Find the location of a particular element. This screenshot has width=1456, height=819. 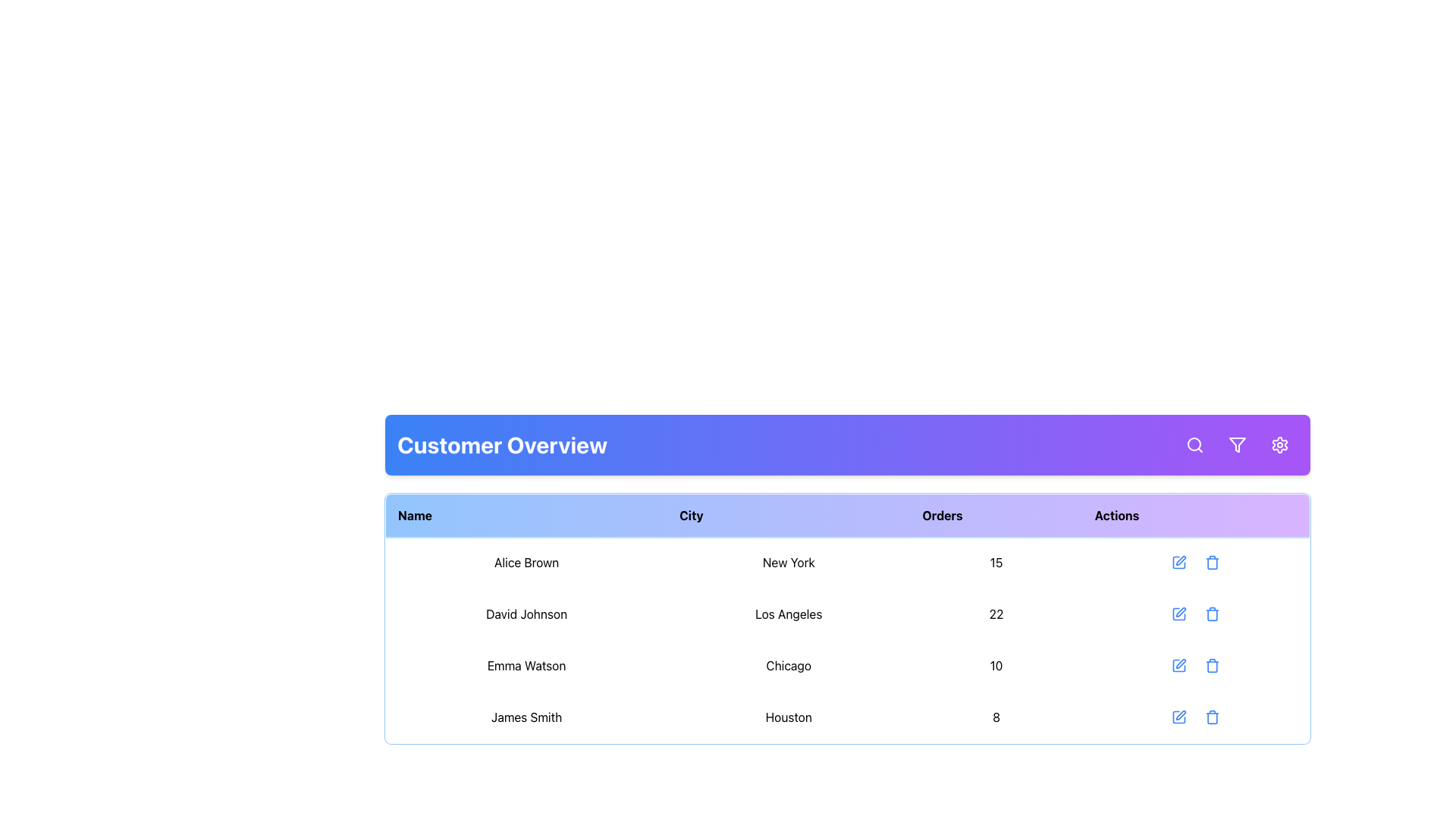

the circular blue button with a pencil icon located in the 'Actions' column of the last row to initiate editing the row data is located at coordinates (1178, 717).